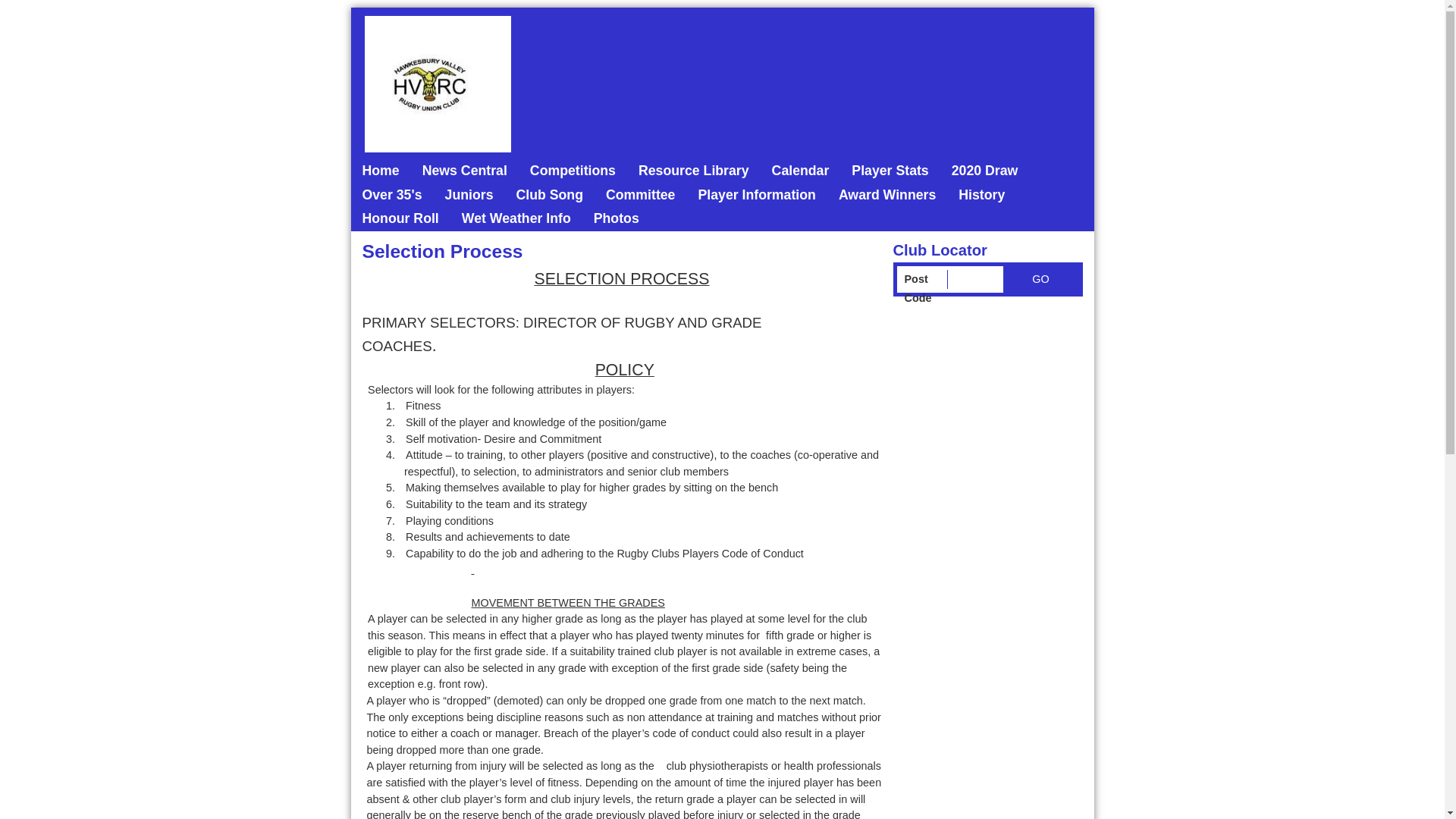  I want to click on 'Go', so click(1040, 279).